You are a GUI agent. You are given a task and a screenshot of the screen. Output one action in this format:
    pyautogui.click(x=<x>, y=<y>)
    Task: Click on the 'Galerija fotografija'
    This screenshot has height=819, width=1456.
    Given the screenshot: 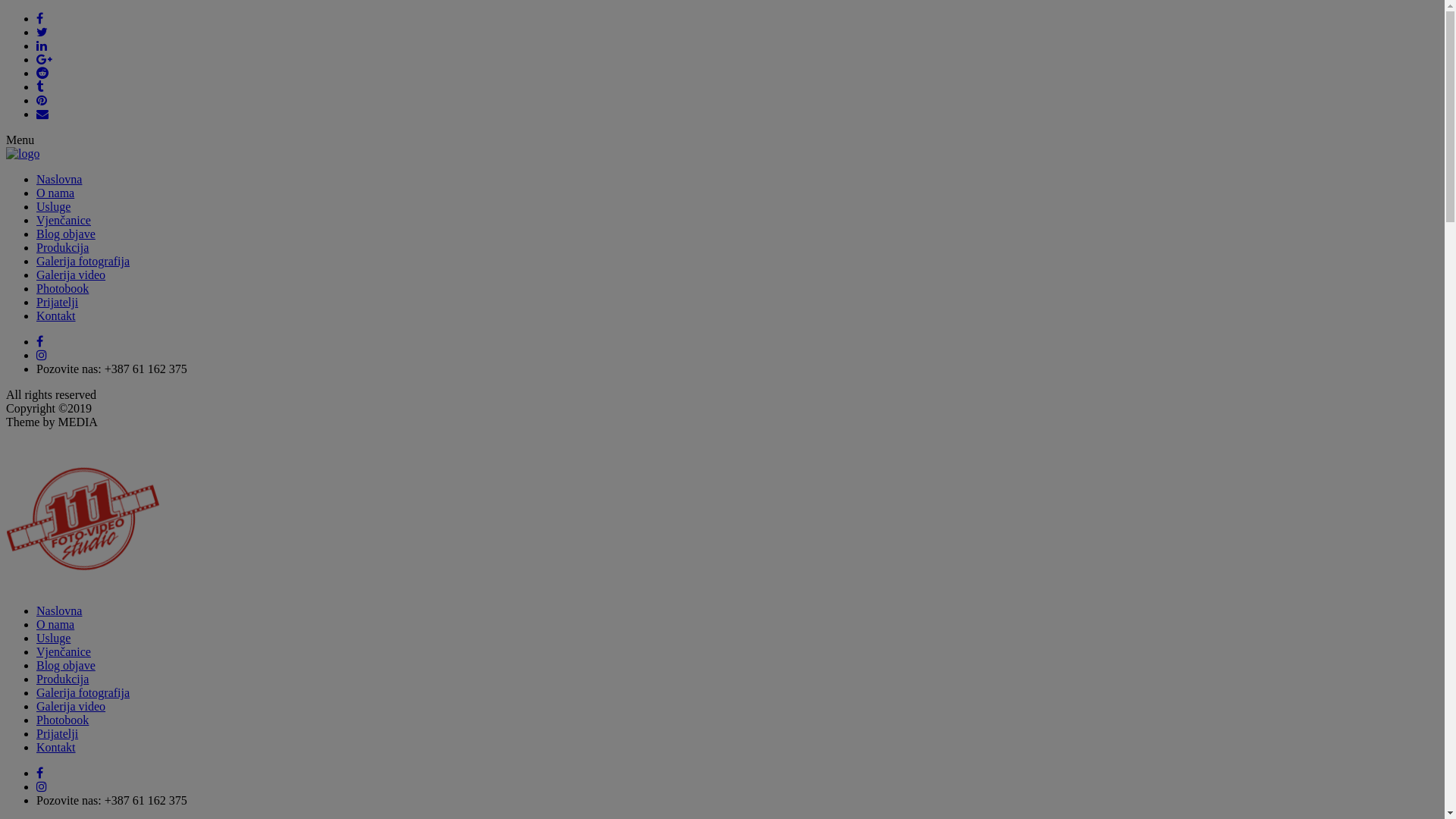 What is the action you would take?
    pyautogui.click(x=82, y=692)
    